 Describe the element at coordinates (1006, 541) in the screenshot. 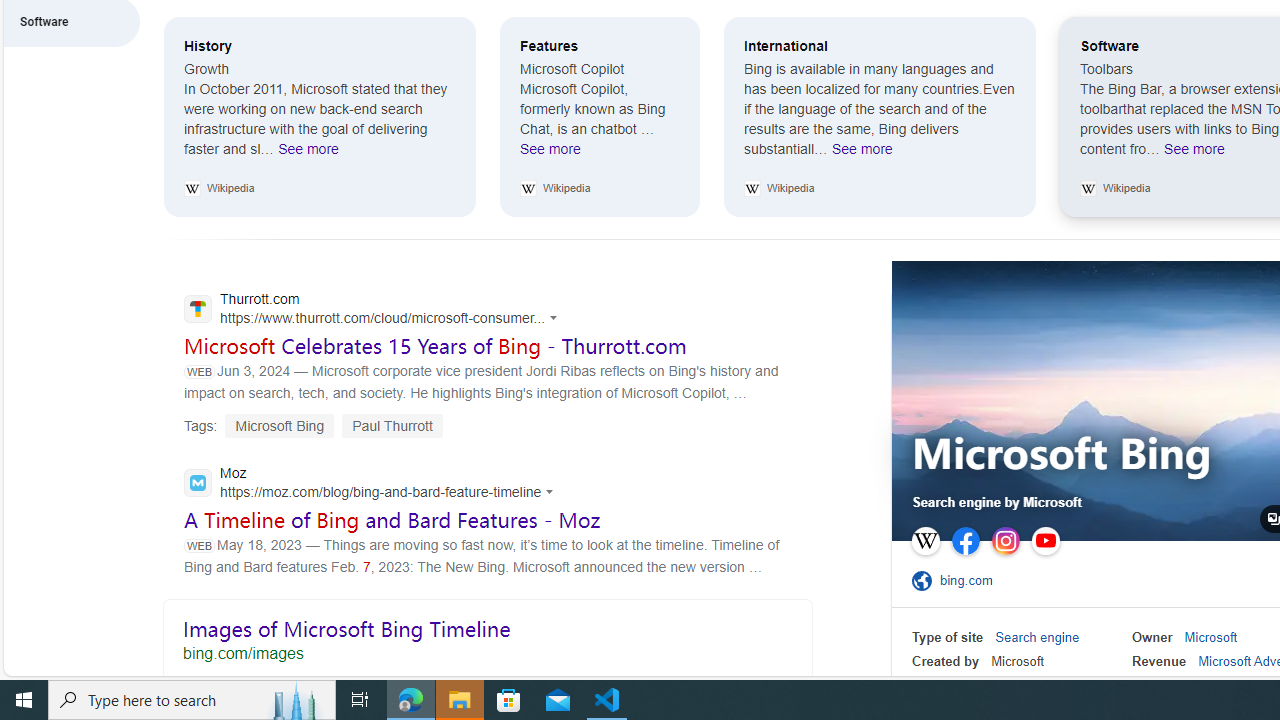

I see `'Instagram'` at that location.